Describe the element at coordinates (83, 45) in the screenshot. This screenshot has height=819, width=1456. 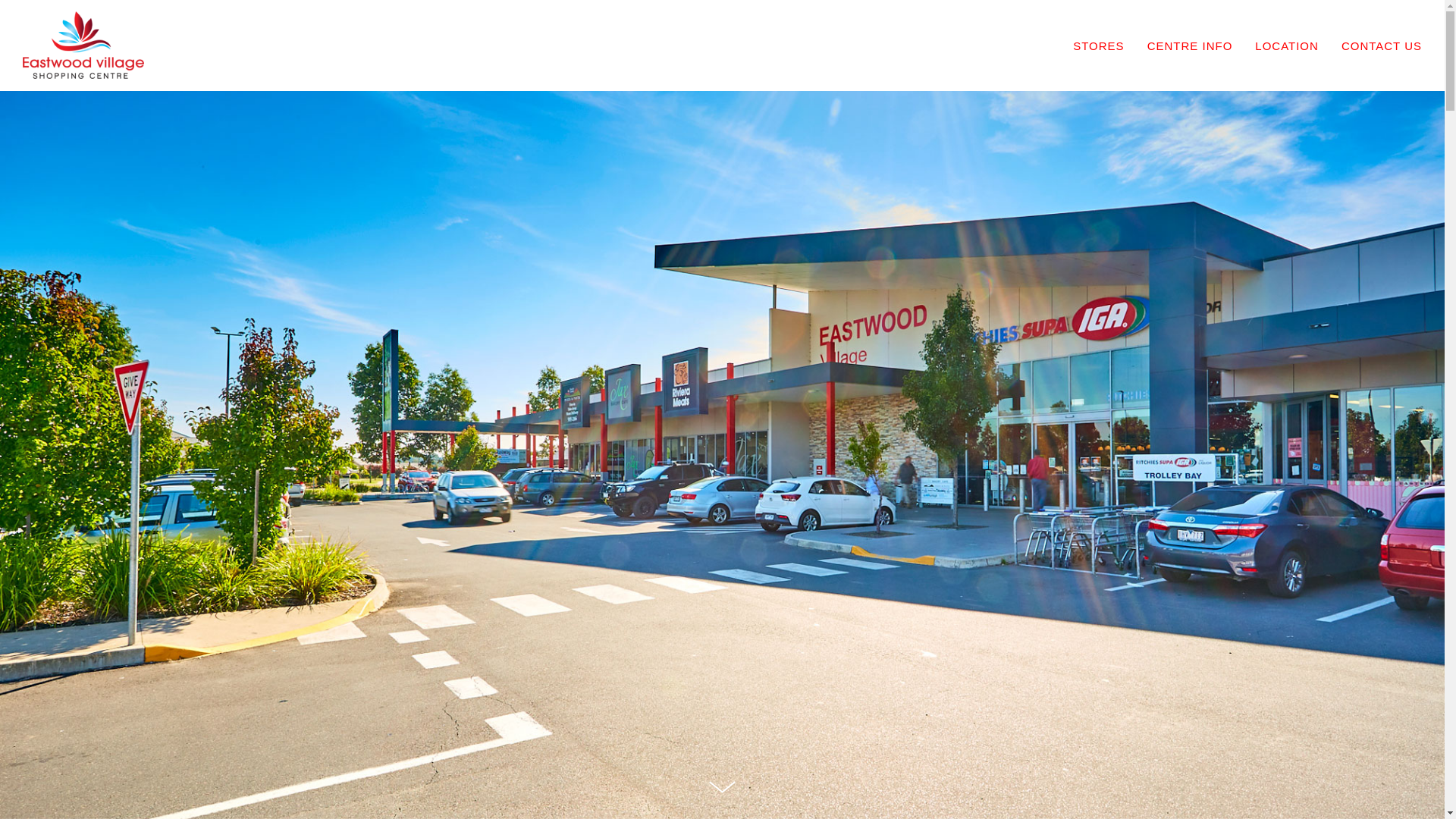
I see `'Eastwood Village Shopping Centre'` at that location.